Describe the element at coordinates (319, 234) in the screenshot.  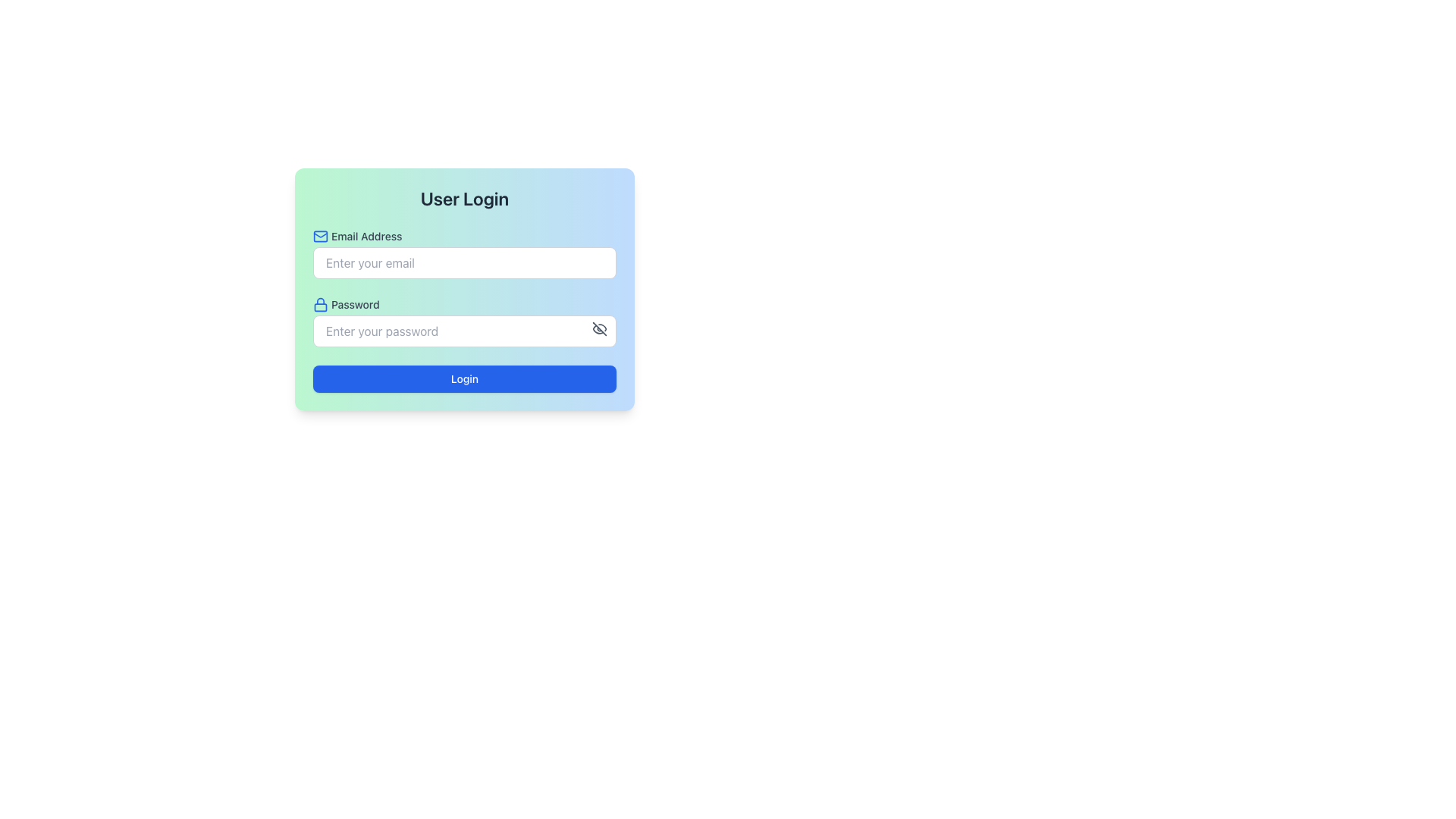
I see `the triangular graphical icon component that resembles an envelope flap, which is styled in blue and located next to the 'Email Address' input field` at that location.